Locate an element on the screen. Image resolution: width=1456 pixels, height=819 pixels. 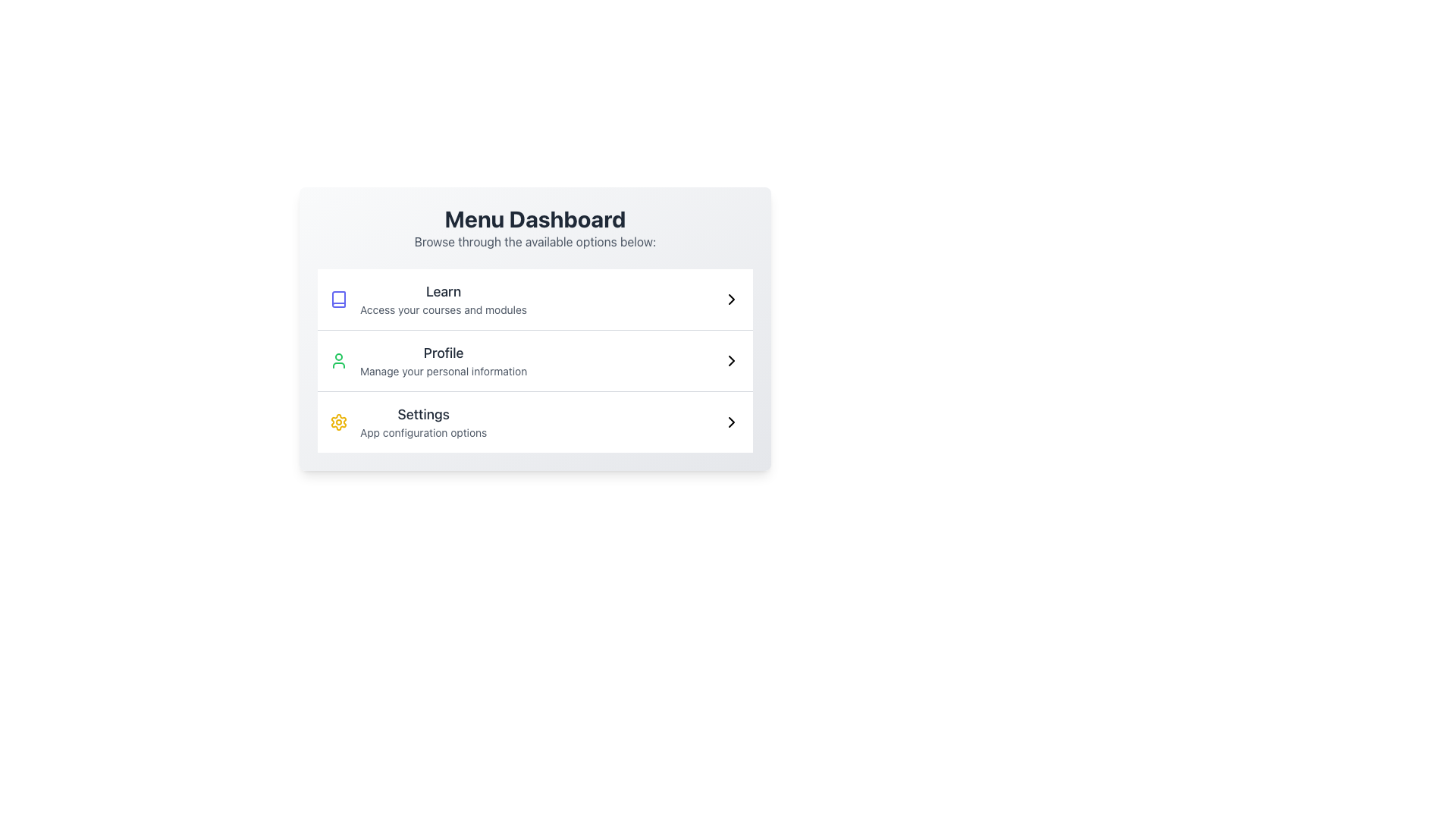
the List Item containing the main text 'Profile' and the supporting text 'Manage your personal information', which is the second item in the vertical menu list is located at coordinates (428, 360).